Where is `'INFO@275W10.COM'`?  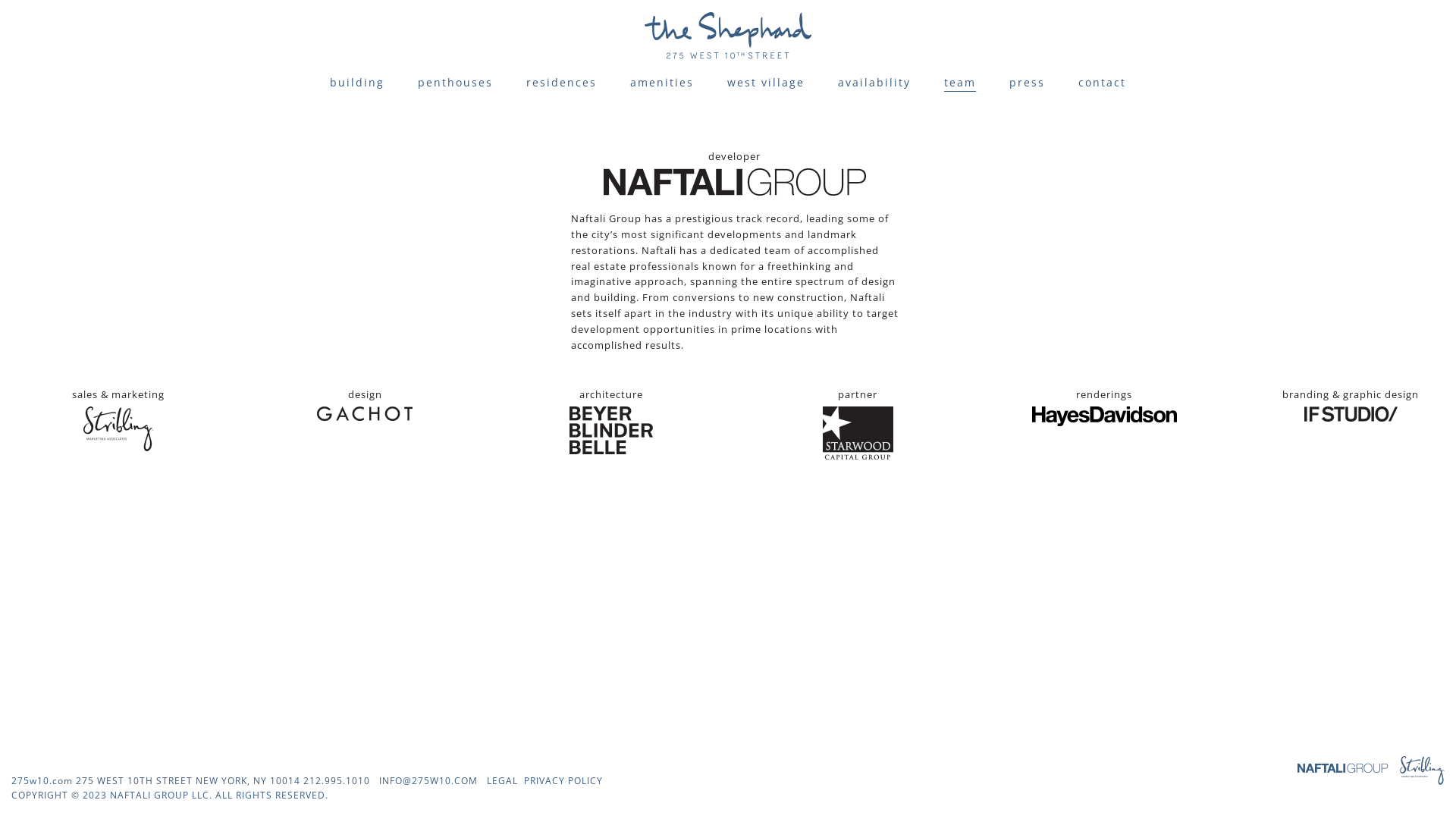 'INFO@275W10.COM' is located at coordinates (428, 780).